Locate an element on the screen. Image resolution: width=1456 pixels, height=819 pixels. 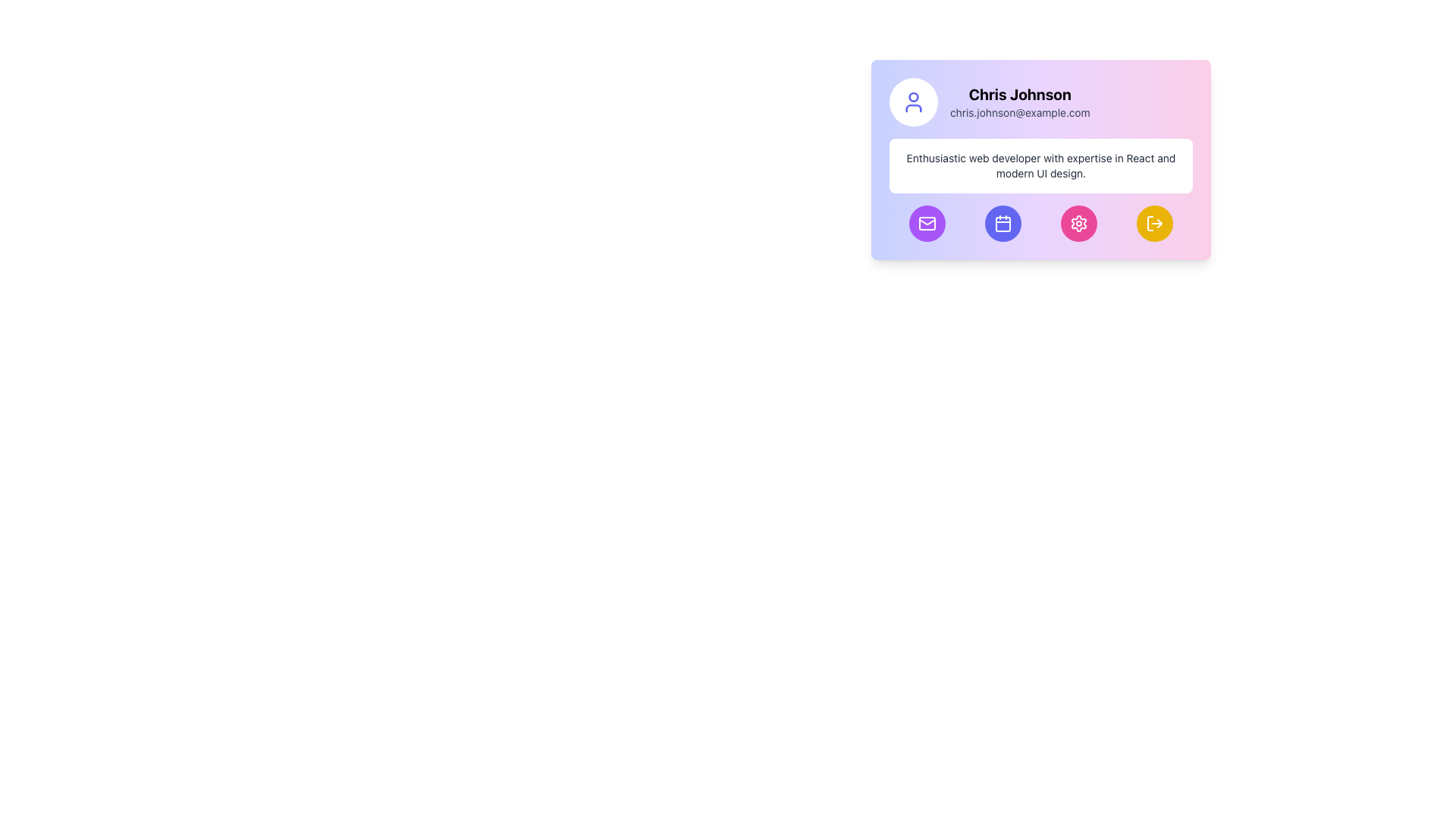
the second icon button in the horizontal row of four buttons, located between the purple mail icon button and the pink settings icon button is located at coordinates (1003, 223).